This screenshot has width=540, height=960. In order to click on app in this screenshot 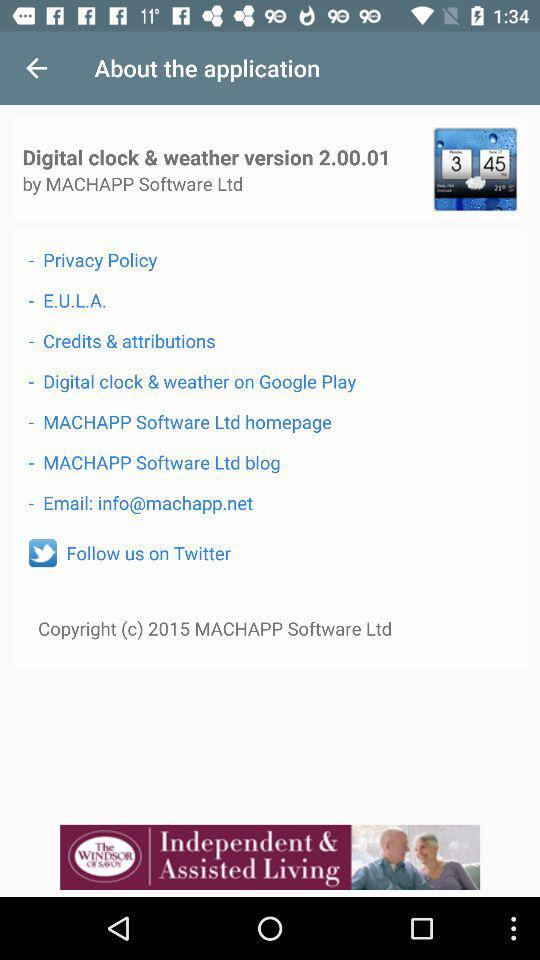, I will do `click(474, 168)`.